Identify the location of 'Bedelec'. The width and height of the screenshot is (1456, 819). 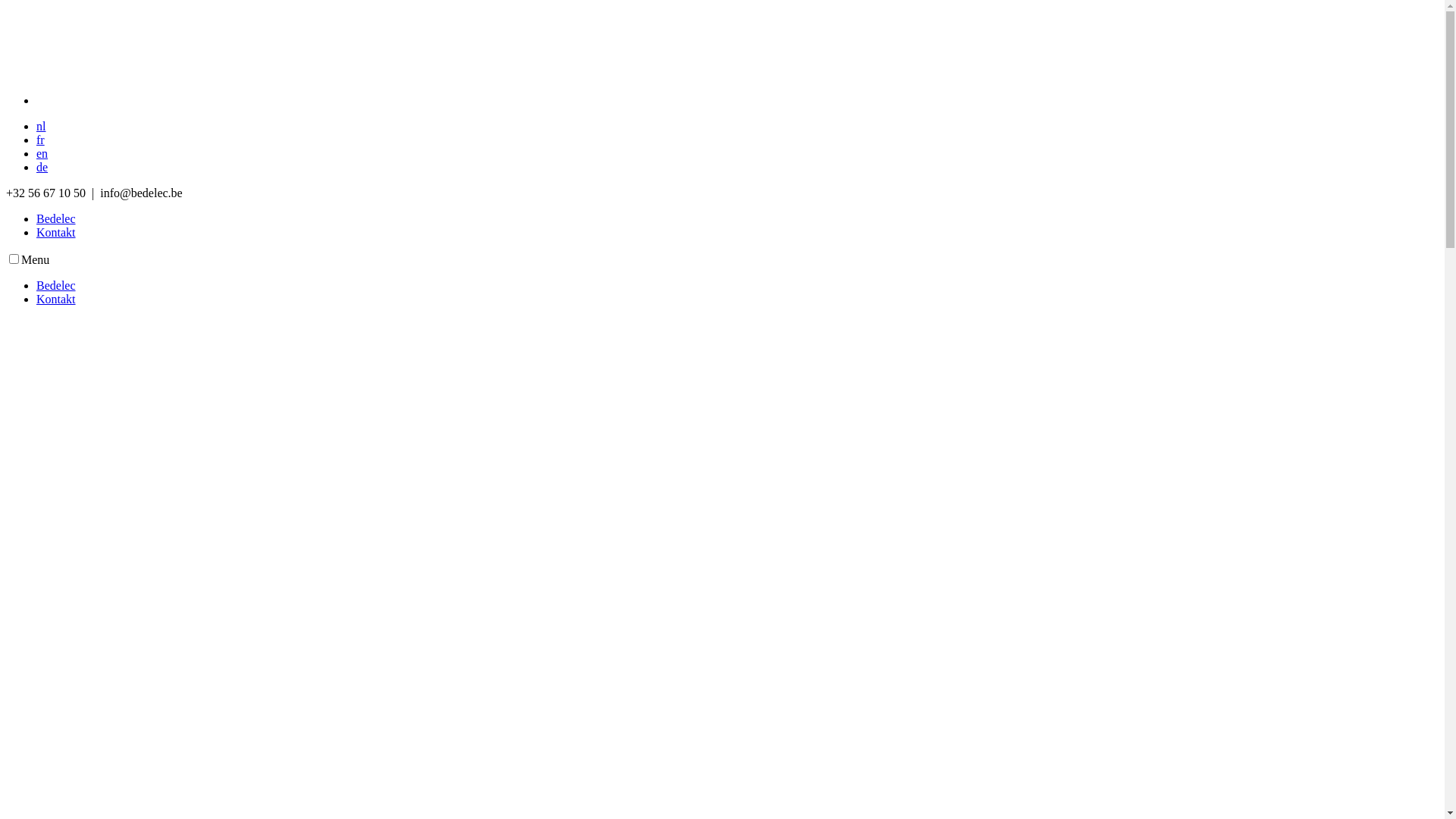
(36, 285).